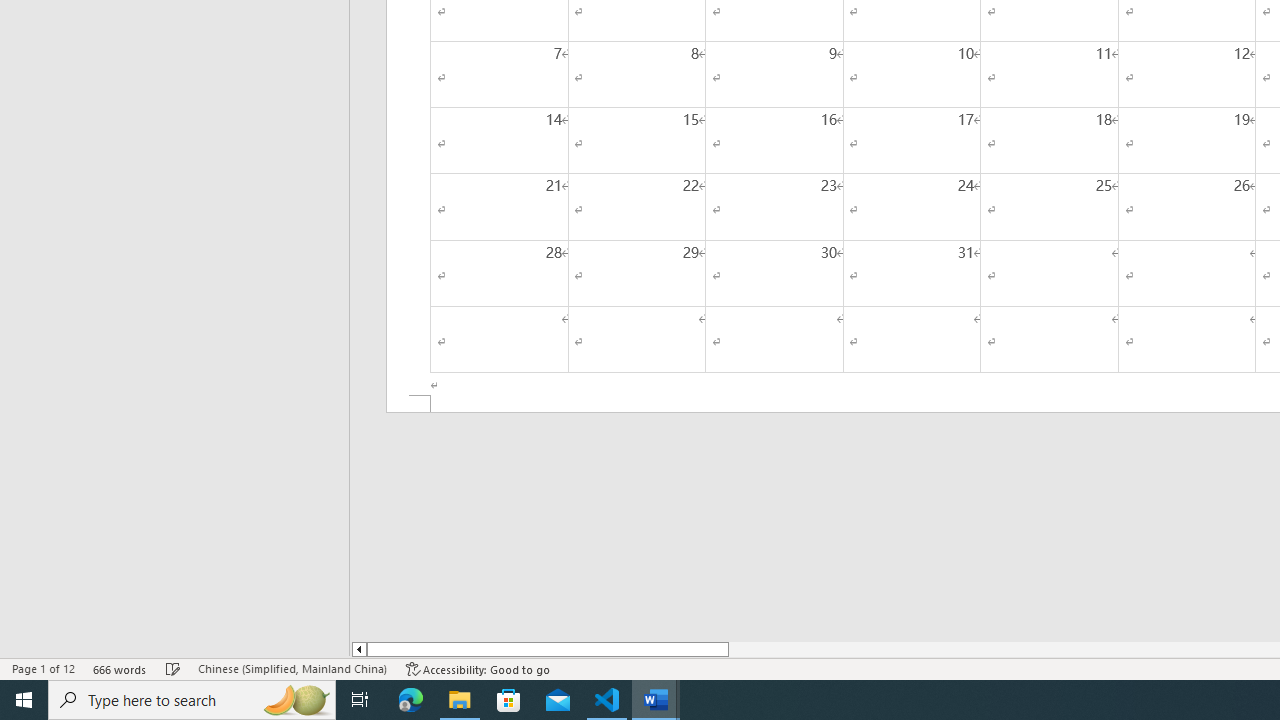 The width and height of the screenshot is (1280, 720). Describe the element at coordinates (119, 669) in the screenshot. I see `'Word Count 666 words'` at that location.